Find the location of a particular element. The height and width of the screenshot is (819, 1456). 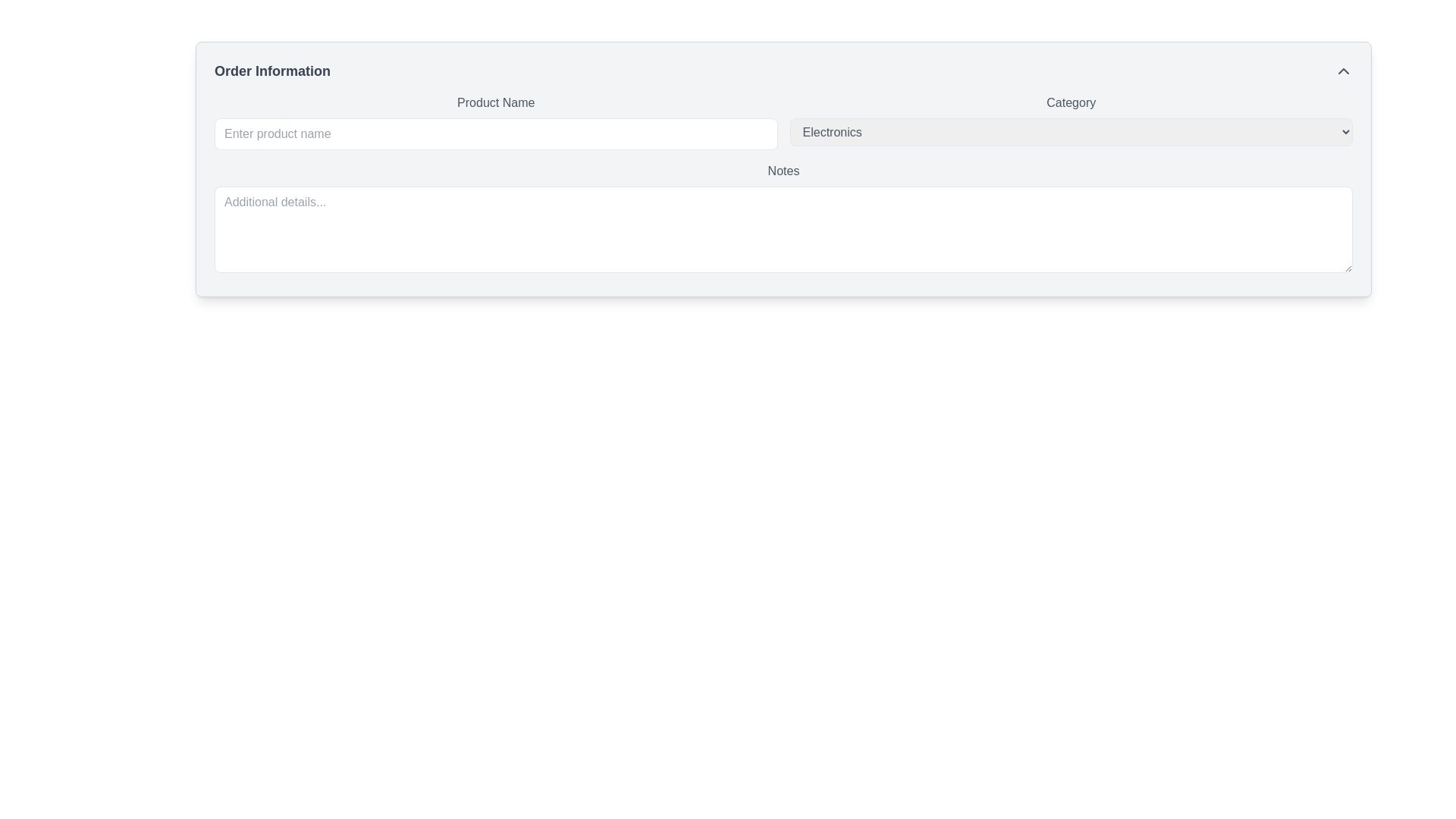

the 'Category' text label styled in gray, located at the top right of the 'Order Information' section, which precedes the 'Electronics' dropdown is located at coordinates (1070, 102).